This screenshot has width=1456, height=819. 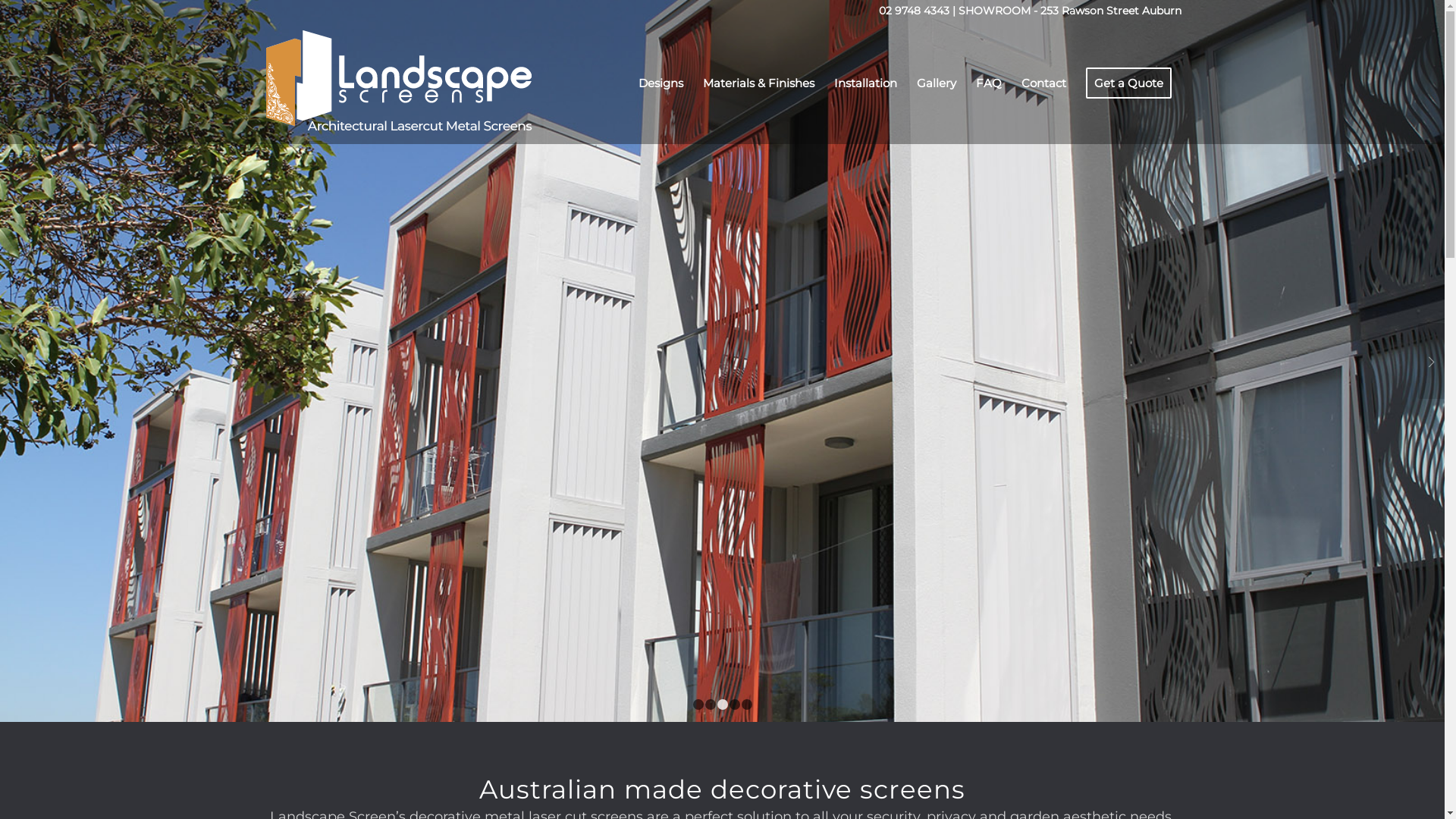 I want to click on 'Designs', so click(x=628, y=83).